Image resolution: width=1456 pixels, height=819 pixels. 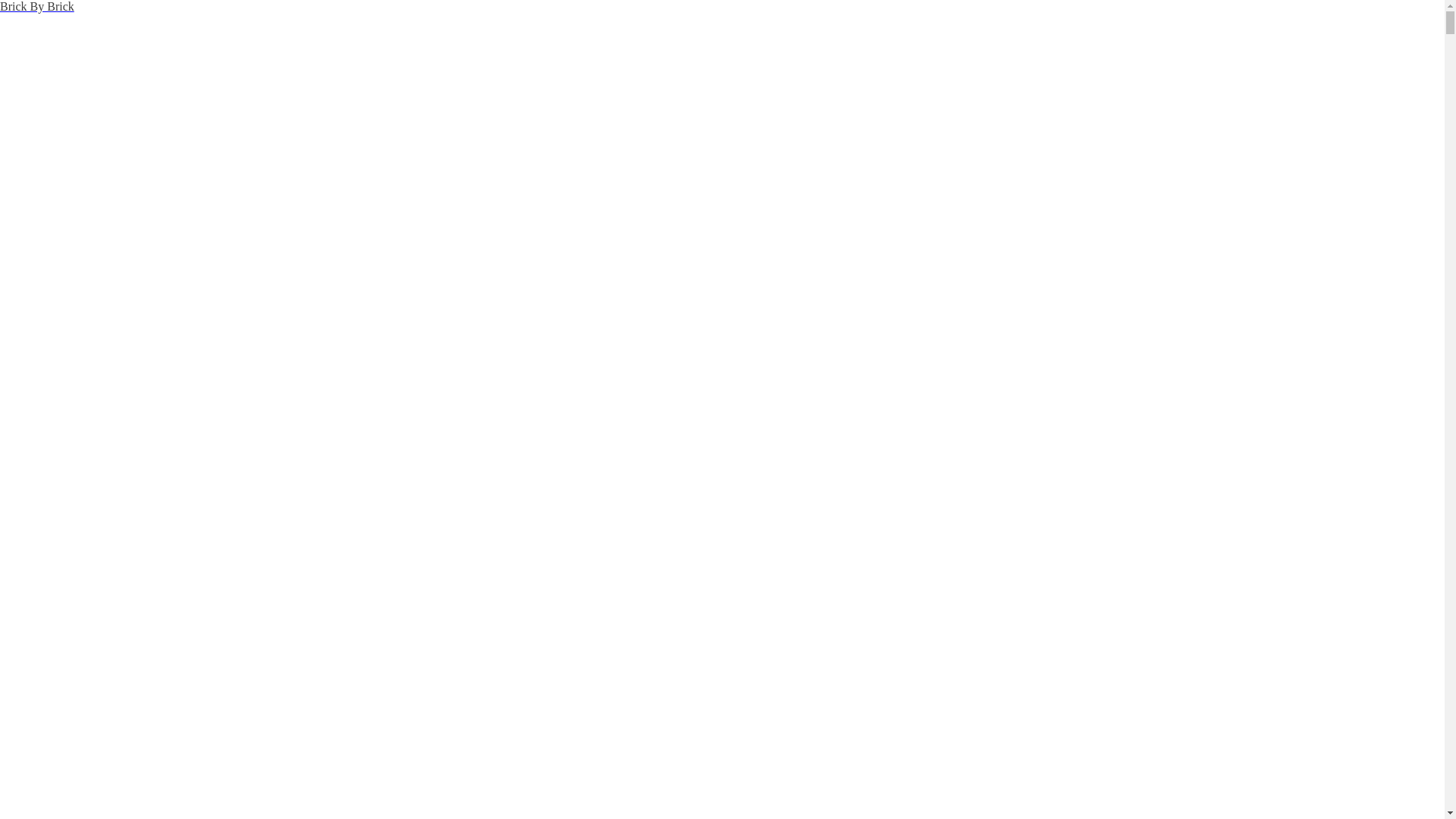 I want to click on 'Brick By Brick', so click(x=36, y=6).